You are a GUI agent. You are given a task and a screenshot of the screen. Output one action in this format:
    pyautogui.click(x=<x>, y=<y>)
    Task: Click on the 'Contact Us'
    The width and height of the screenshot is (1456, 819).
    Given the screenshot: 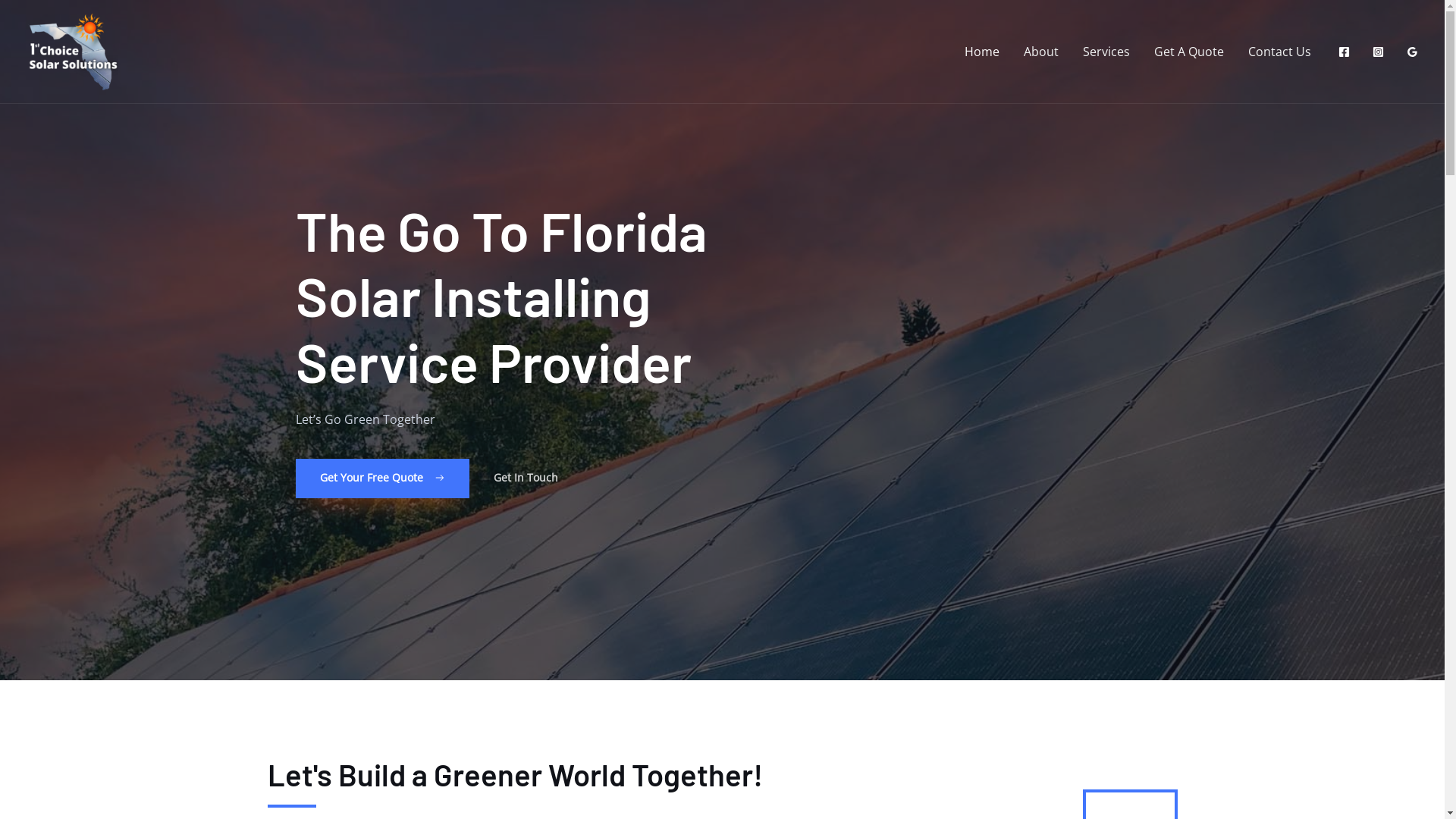 What is the action you would take?
    pyautogui.click(x=1279, y=51)
    